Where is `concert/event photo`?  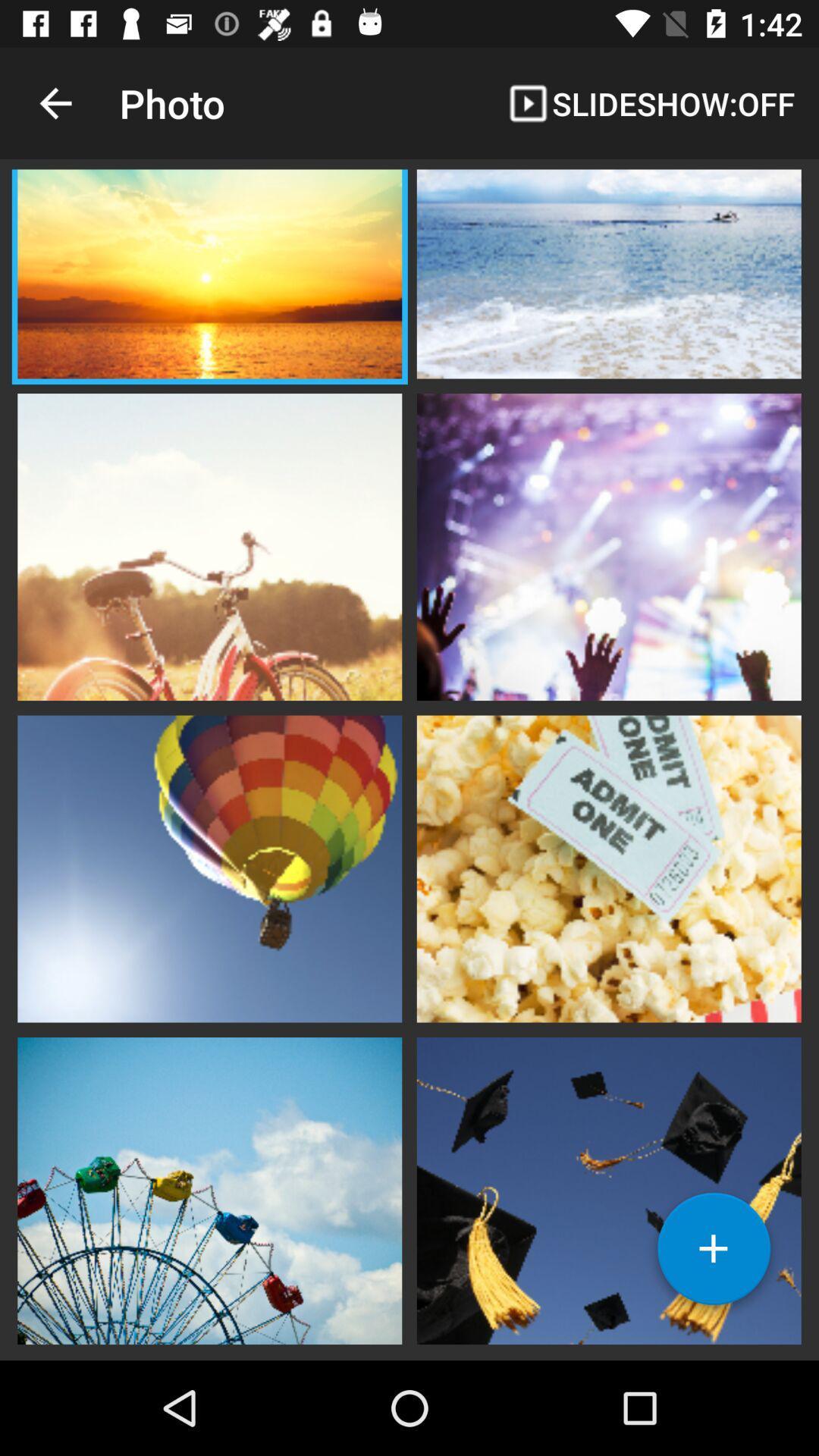
concert/event photo is located at coordinates (608, 545).